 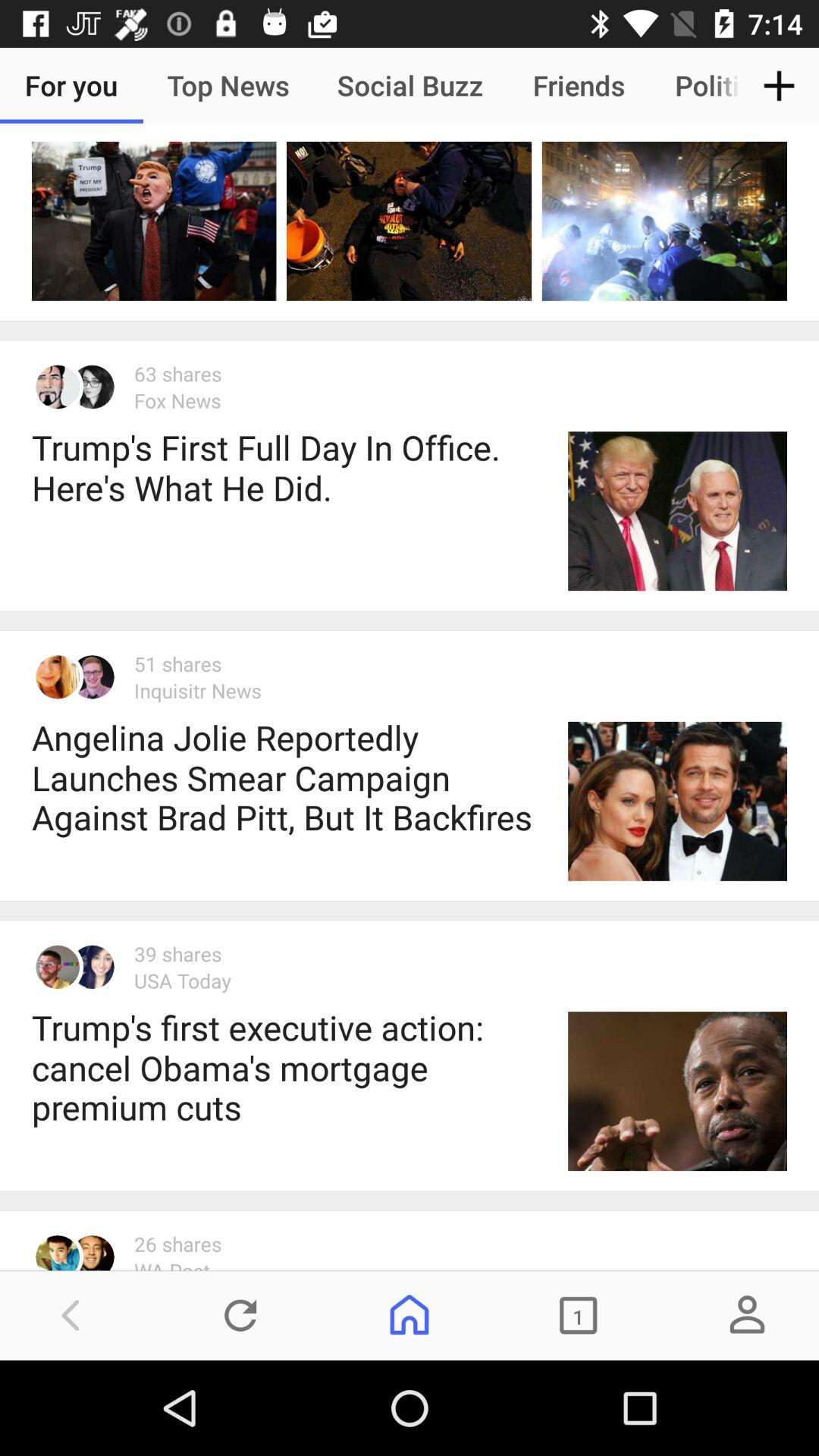 What do you see at coordinates (779, 84) in the screenshot?
I see `icon next to politics item` at bounding box center [779, 84].